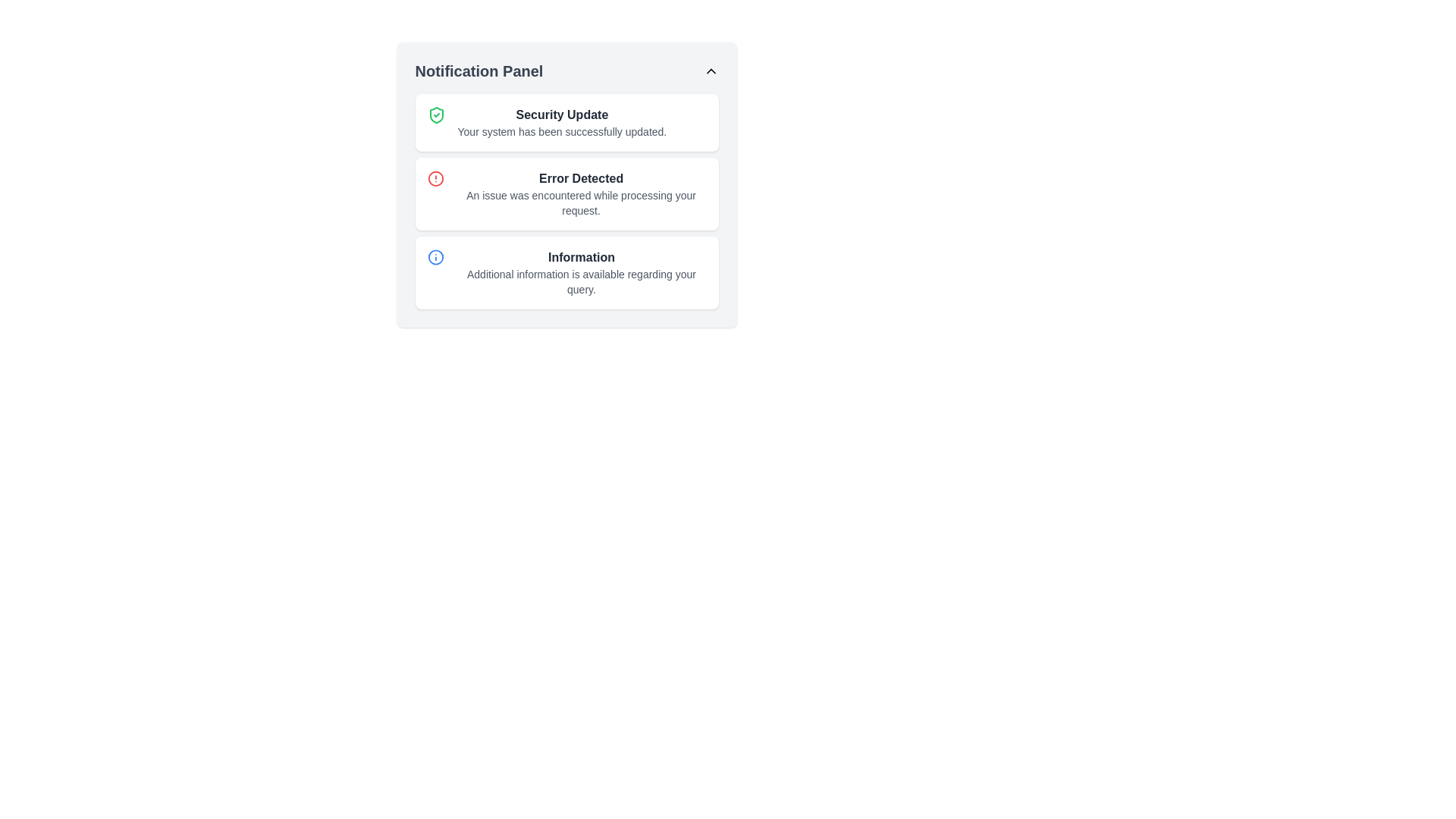 Image resolution: width=1456 pixels, height=819 pixels. I want to click on the Notification alert titled 'Error Detected' which contains the description 'An issue was encountered while processing your request.', so click(580, 193).